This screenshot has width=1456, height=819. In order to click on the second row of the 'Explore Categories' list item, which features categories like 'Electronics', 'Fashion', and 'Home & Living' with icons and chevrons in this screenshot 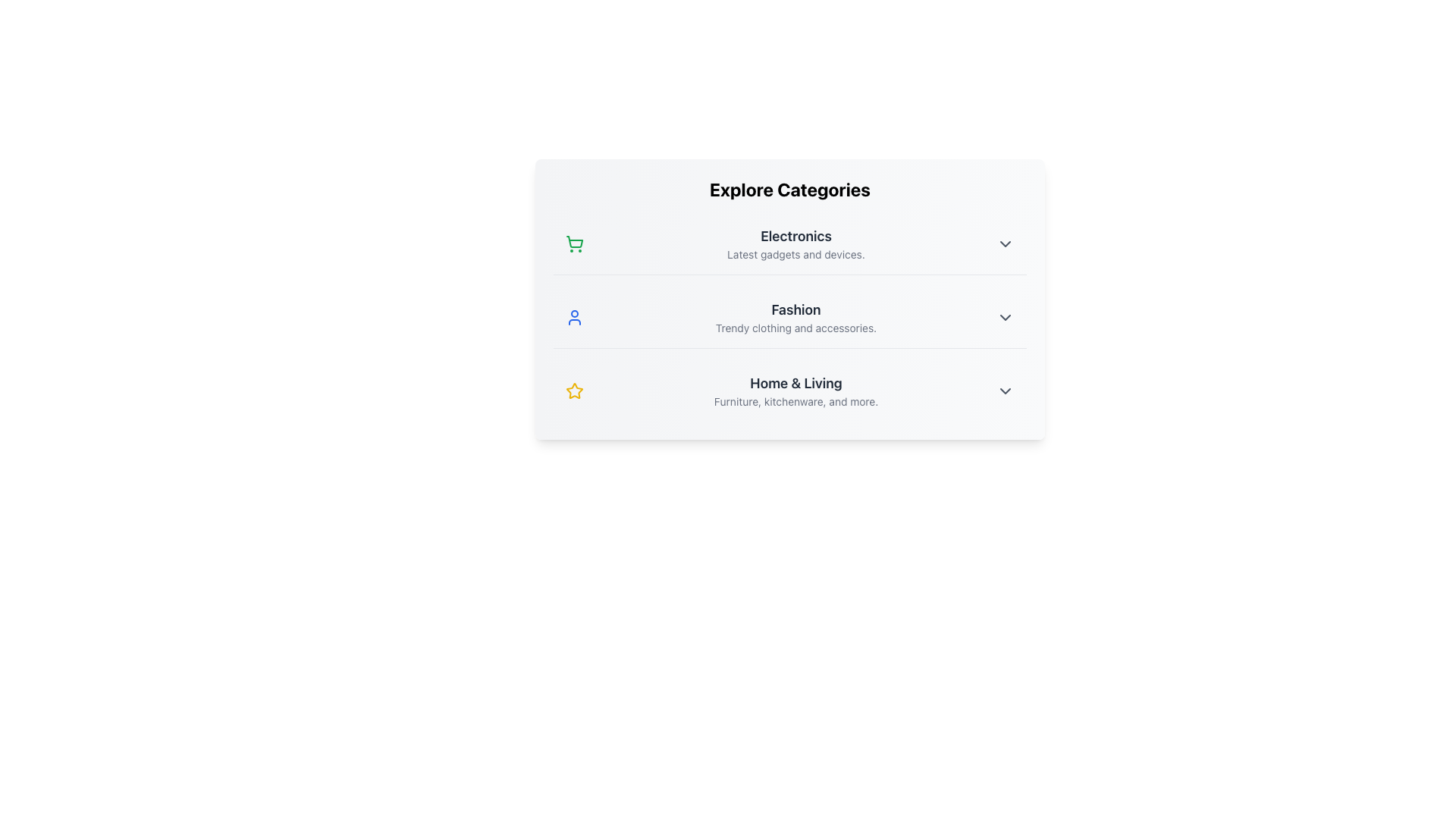, I will do `click(789, 299)`.